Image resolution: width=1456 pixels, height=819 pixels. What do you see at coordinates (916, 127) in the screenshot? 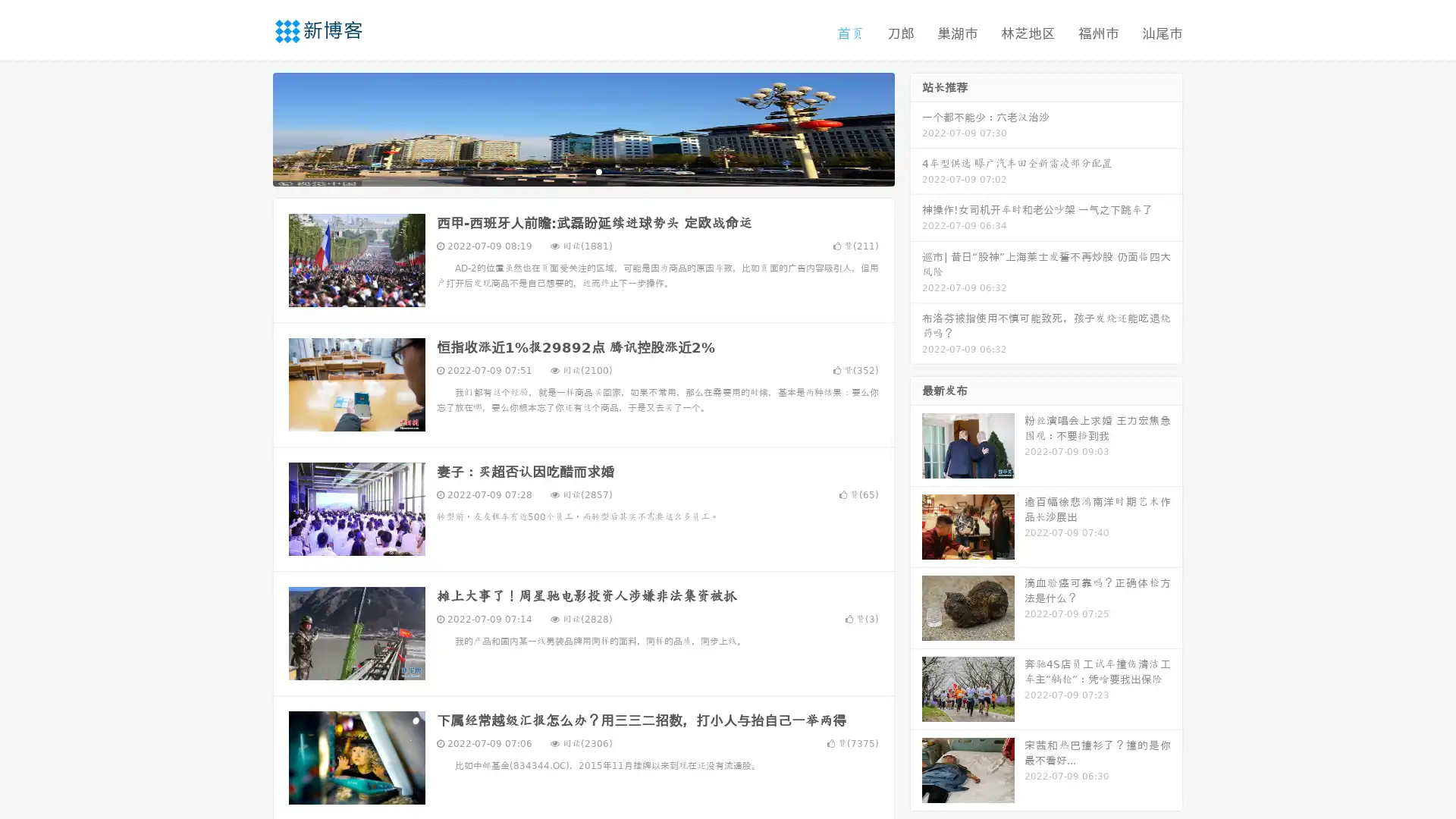
I see `Next slide` at bounding box center [916, 127].